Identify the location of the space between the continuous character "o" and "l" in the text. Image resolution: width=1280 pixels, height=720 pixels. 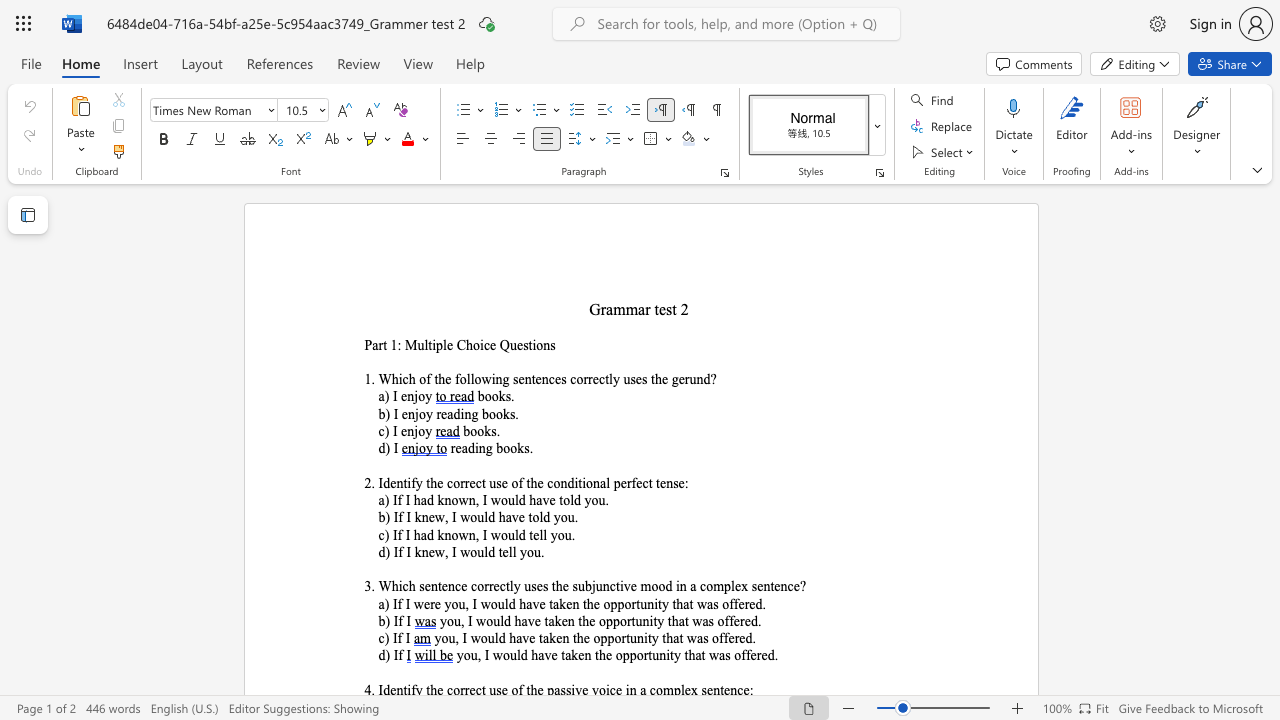
(568, 499).